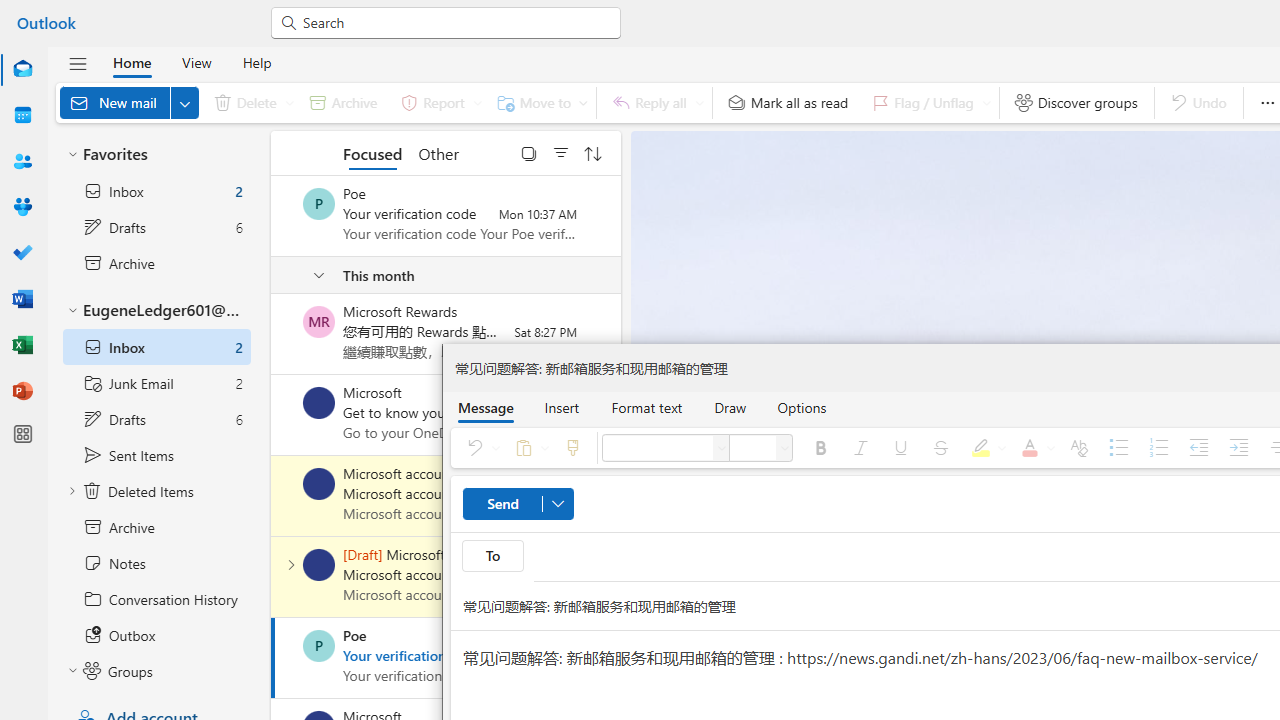 The width and height of the screenshot is (1280, 720). Describe the element at coordinates (560, 152) in the screenshot. I see `'Filter'` at that location.